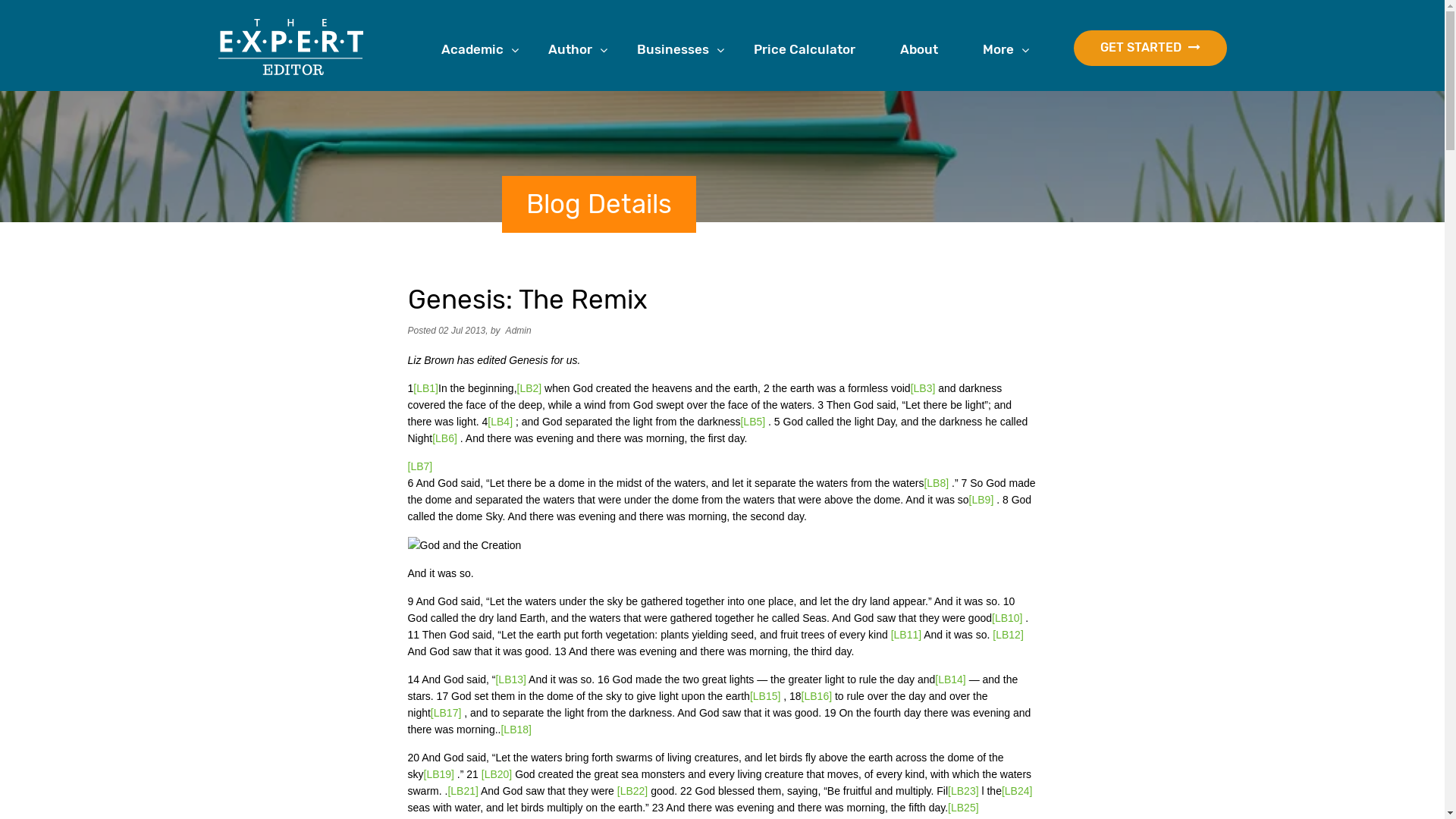 This screenshot has height=819, width=1456. Describe the element at coordinates (962, 789) in the screenshot. I see `'[LB23]'` at that location.